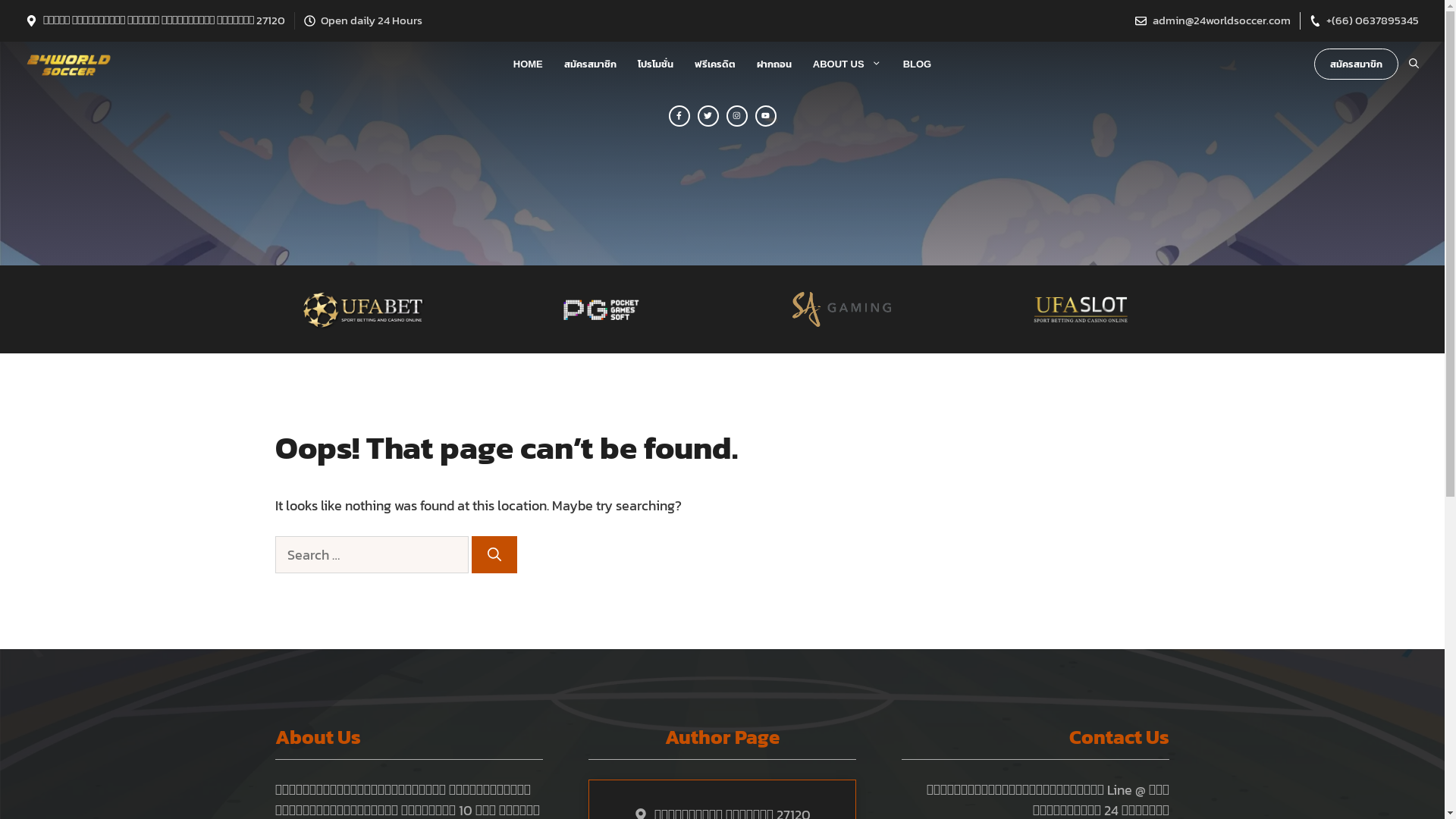 The width and height of the screenshot is (1456, 819). Describe the element at coordinates (67, 63) in the screenshot. I see `'24 World Soccer'` at that location.